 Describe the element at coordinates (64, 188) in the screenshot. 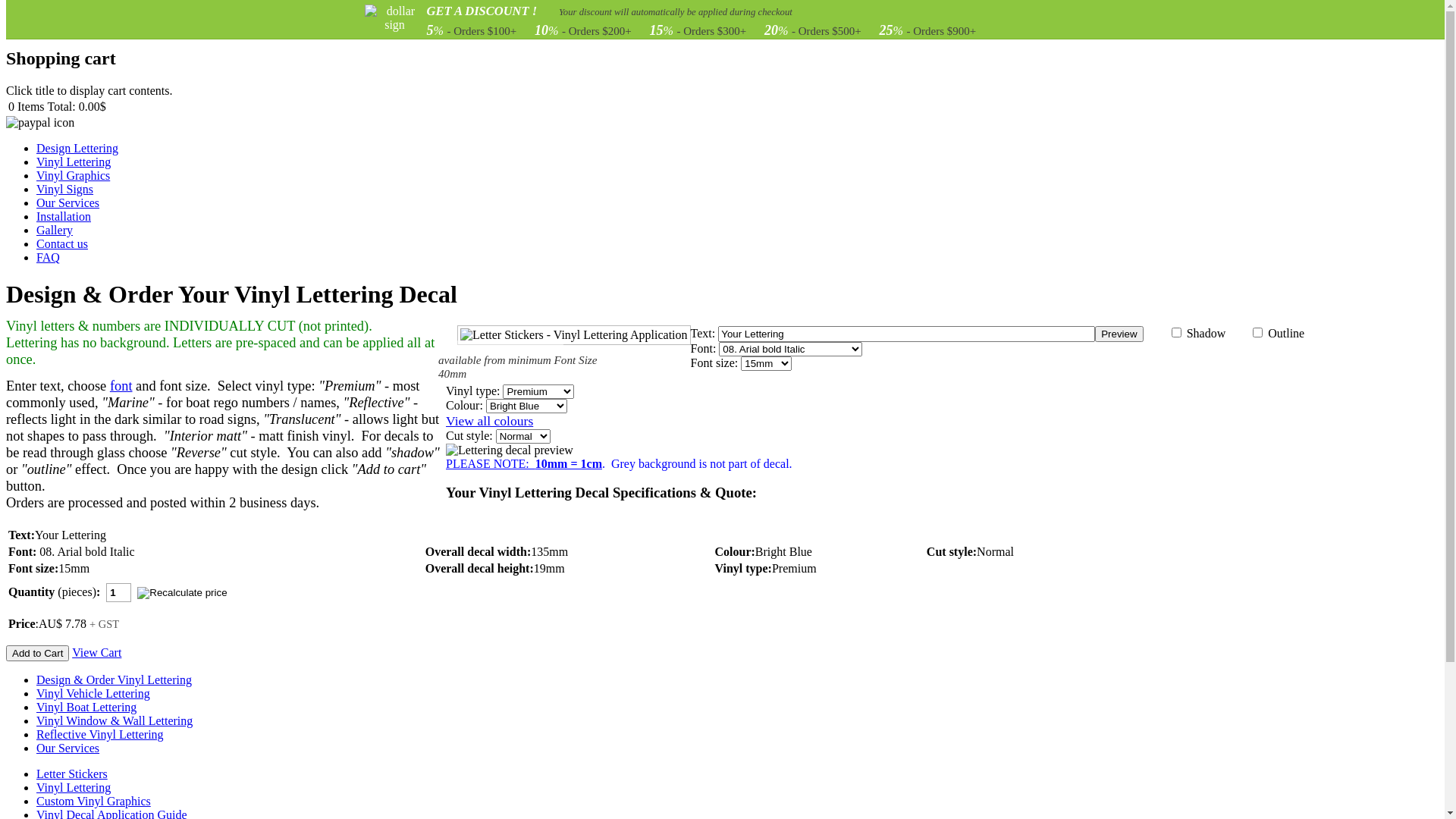

I see `'Vinyl Signs'` at that location.